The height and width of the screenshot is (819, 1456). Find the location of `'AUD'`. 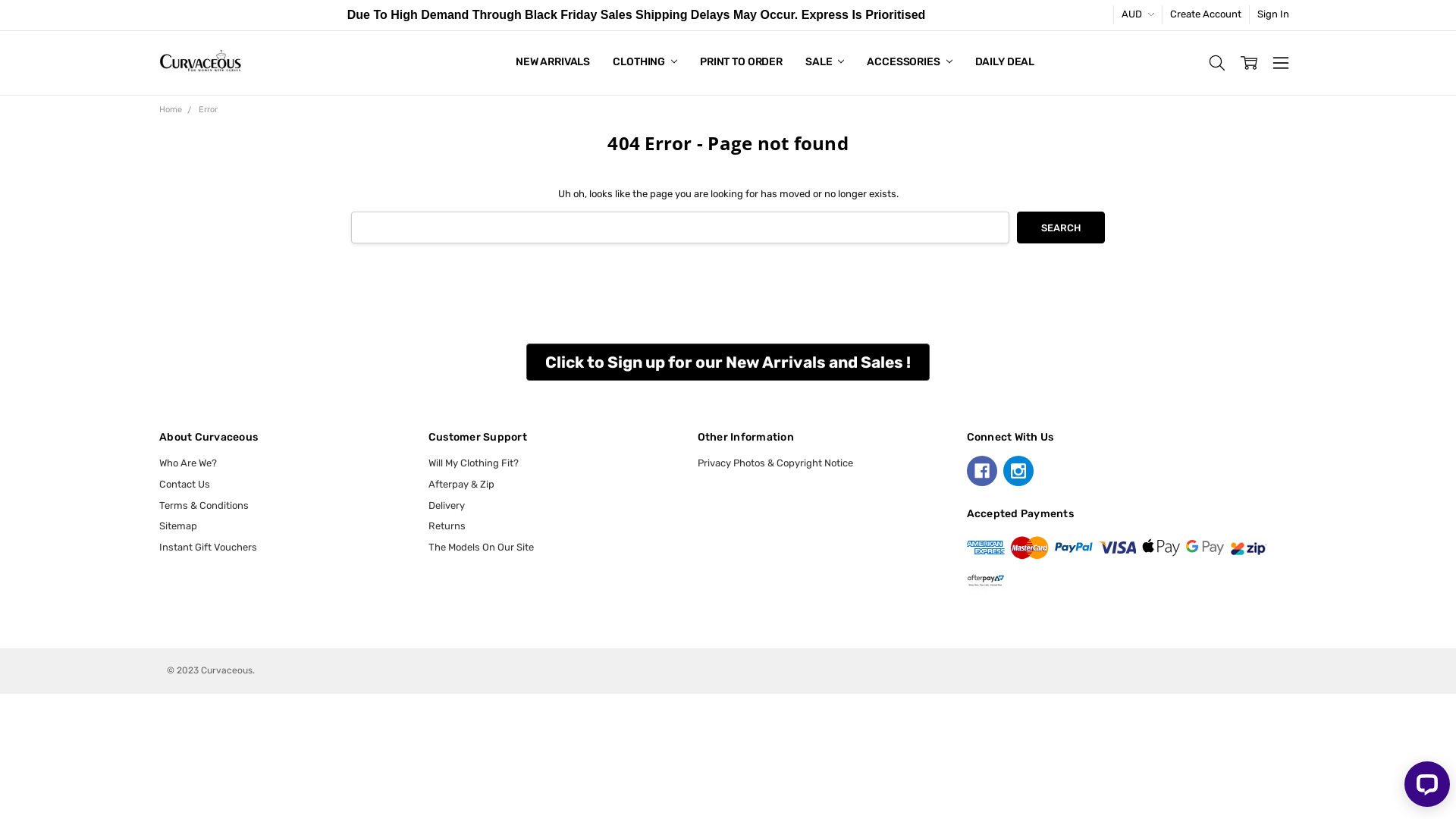

'AUD' is located at coordinates (1113, 14).